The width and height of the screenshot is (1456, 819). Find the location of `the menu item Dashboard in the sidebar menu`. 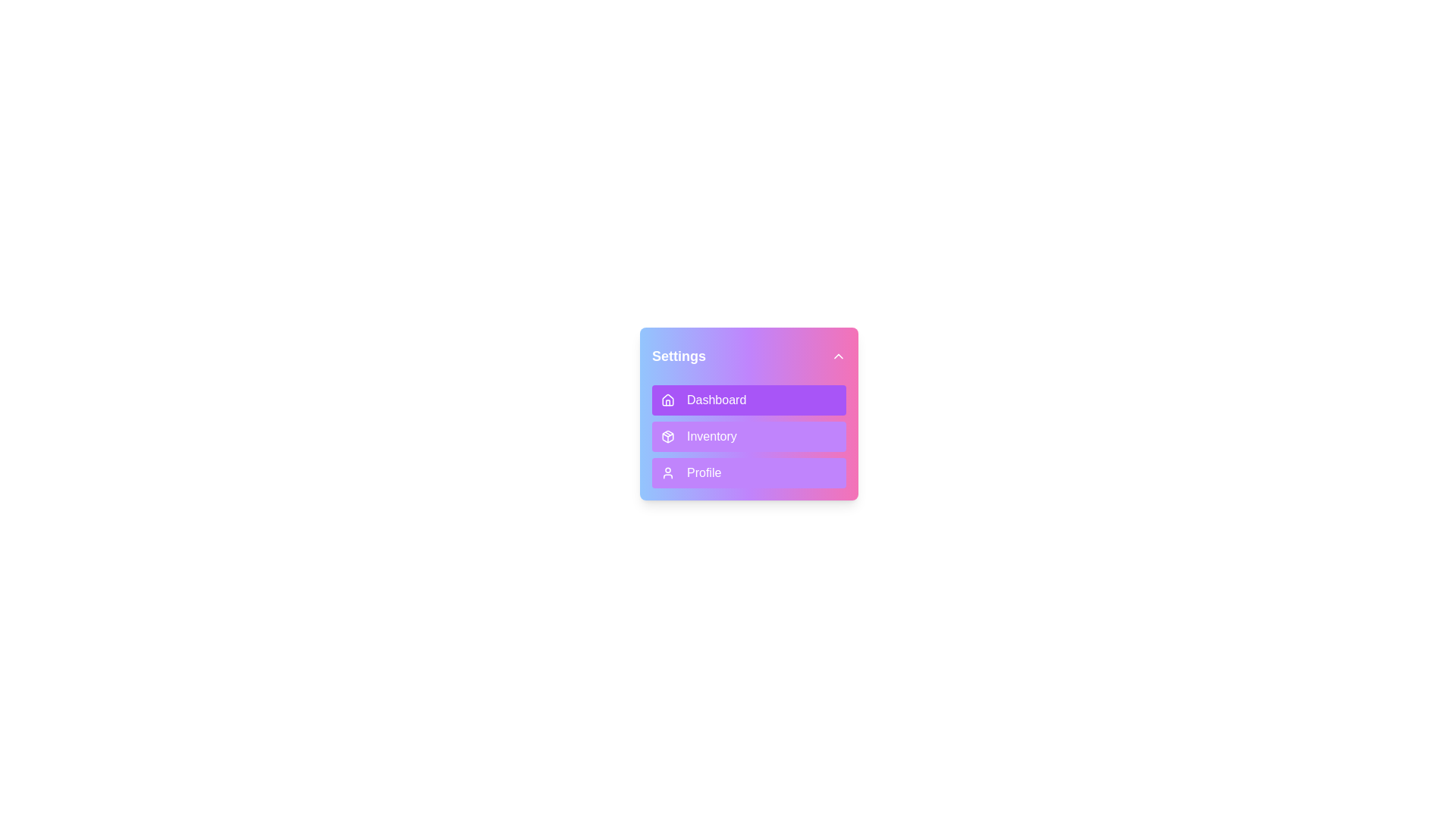

the menu item Dashboard in the sidebar menu is located at coordinates (749, 400).